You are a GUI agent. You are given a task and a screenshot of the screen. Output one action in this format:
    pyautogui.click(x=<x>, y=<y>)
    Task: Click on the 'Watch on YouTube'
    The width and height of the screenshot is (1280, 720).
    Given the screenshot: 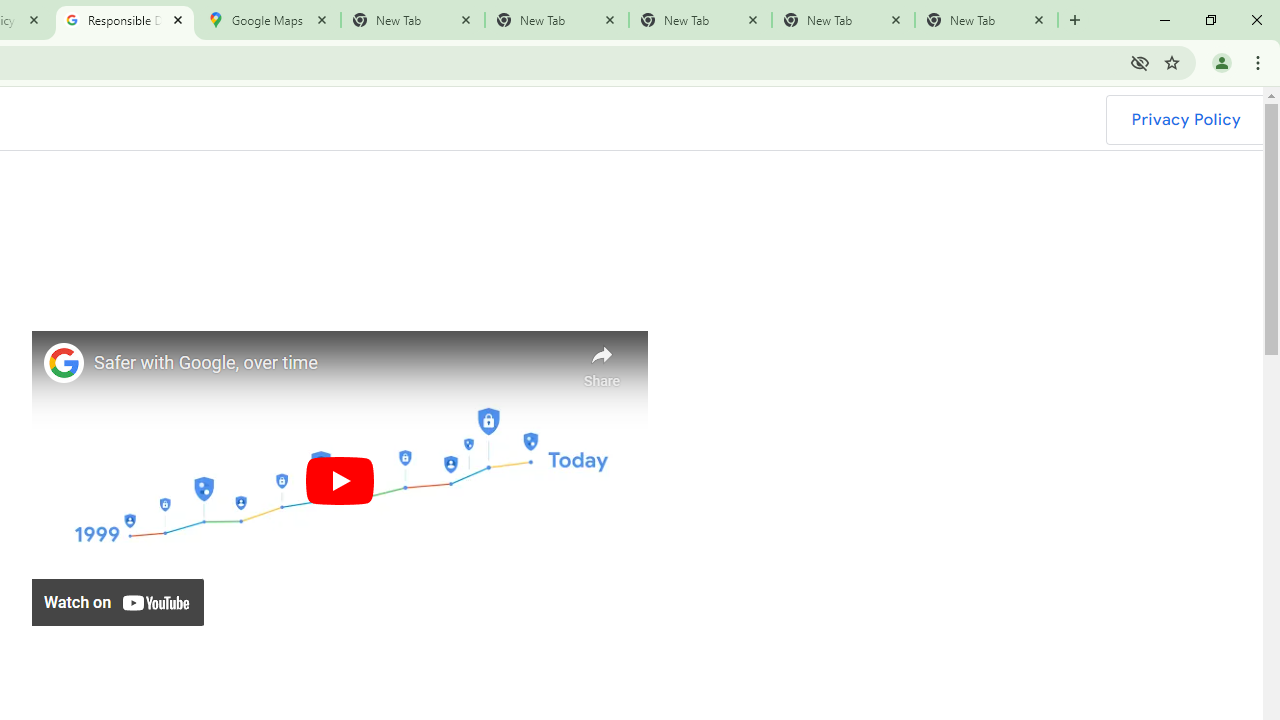 What is the action you would take?
    pyautogui.click(x=117, y=601)
    